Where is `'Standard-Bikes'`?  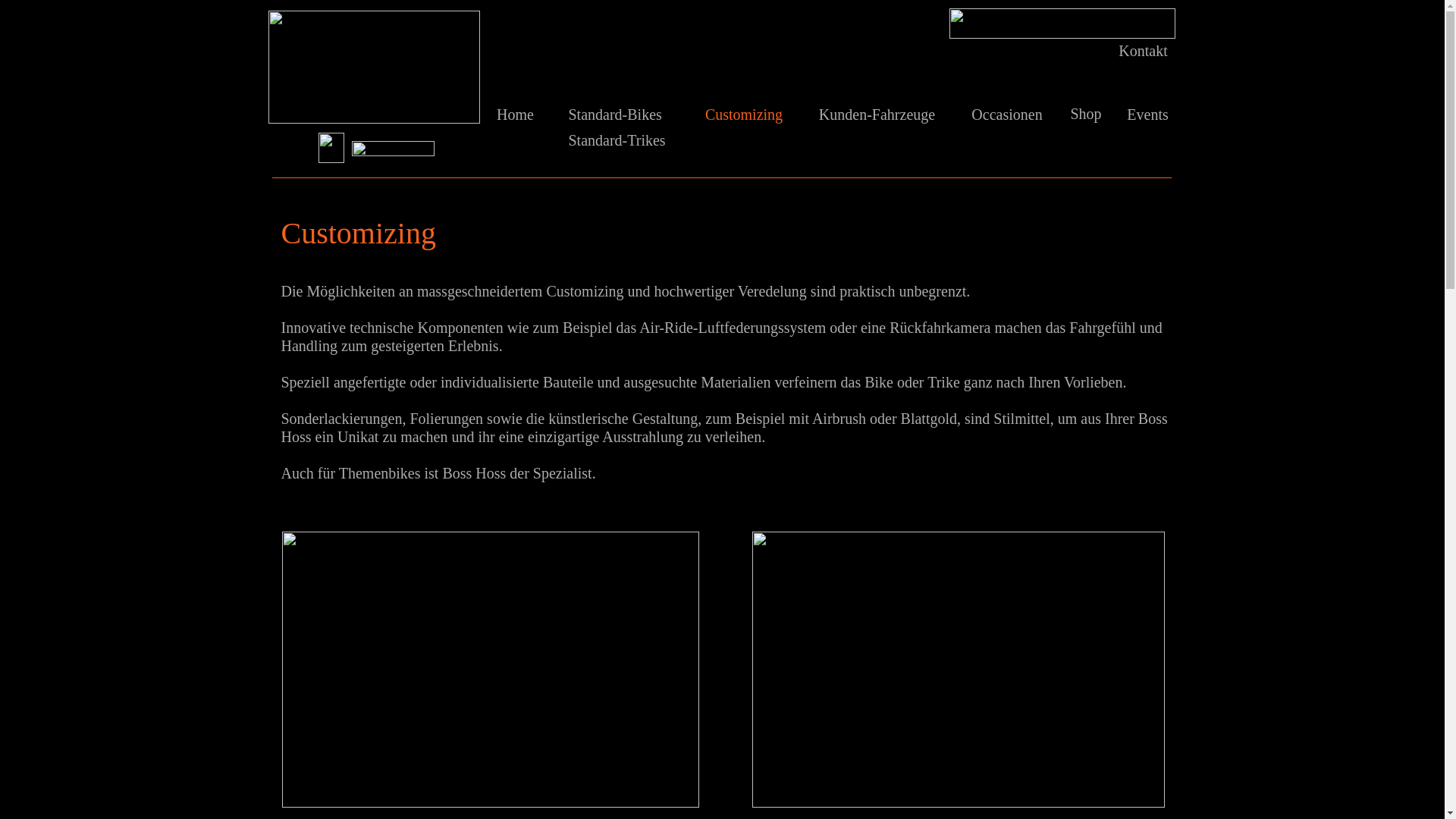 'Standard-Bikes' is located at coordinates (615, 113).